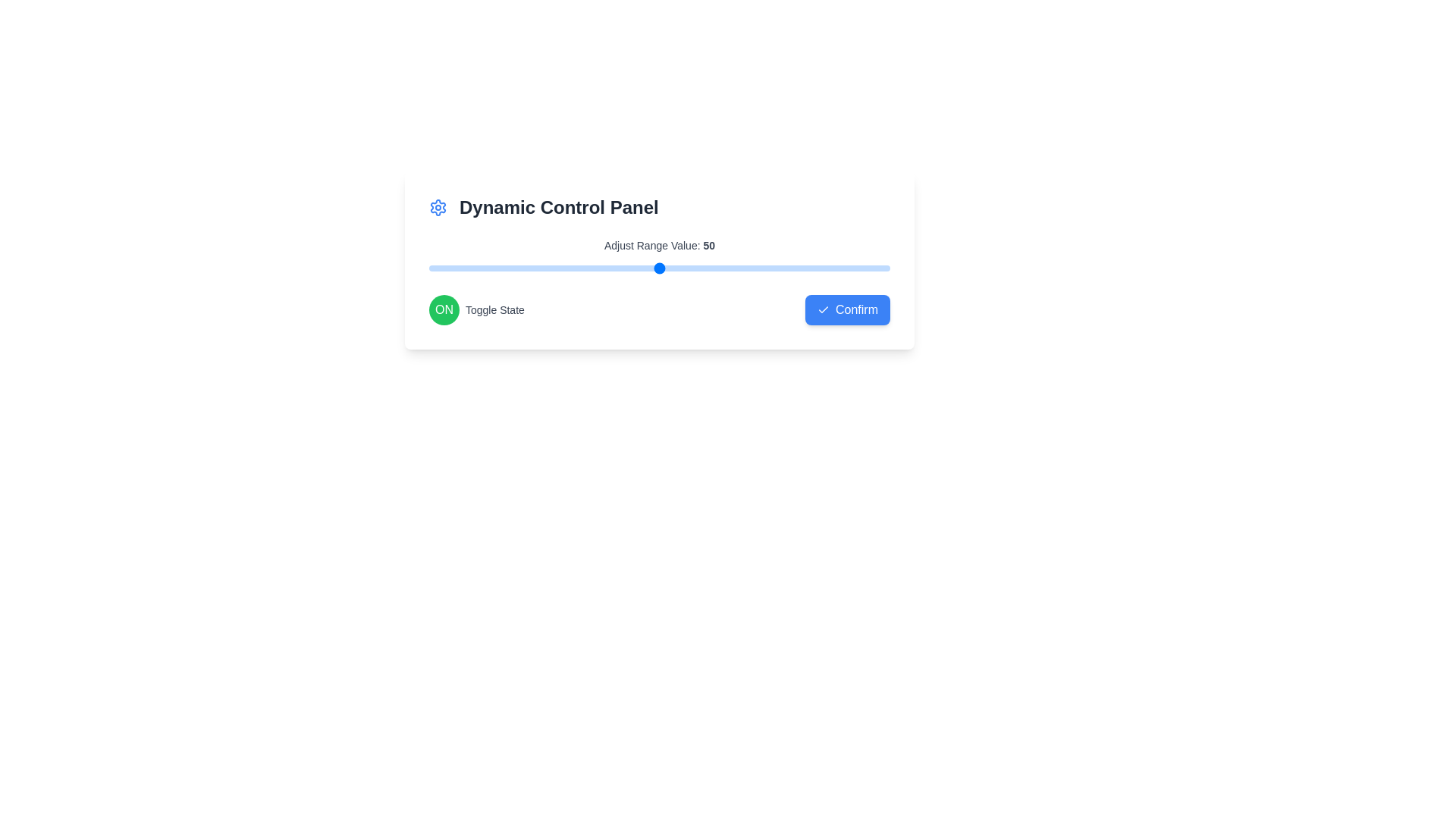 The image size is (1456, 819). Describe the element at coordinates (535, 268) in the screenshot. I see `the slider value` at that location.